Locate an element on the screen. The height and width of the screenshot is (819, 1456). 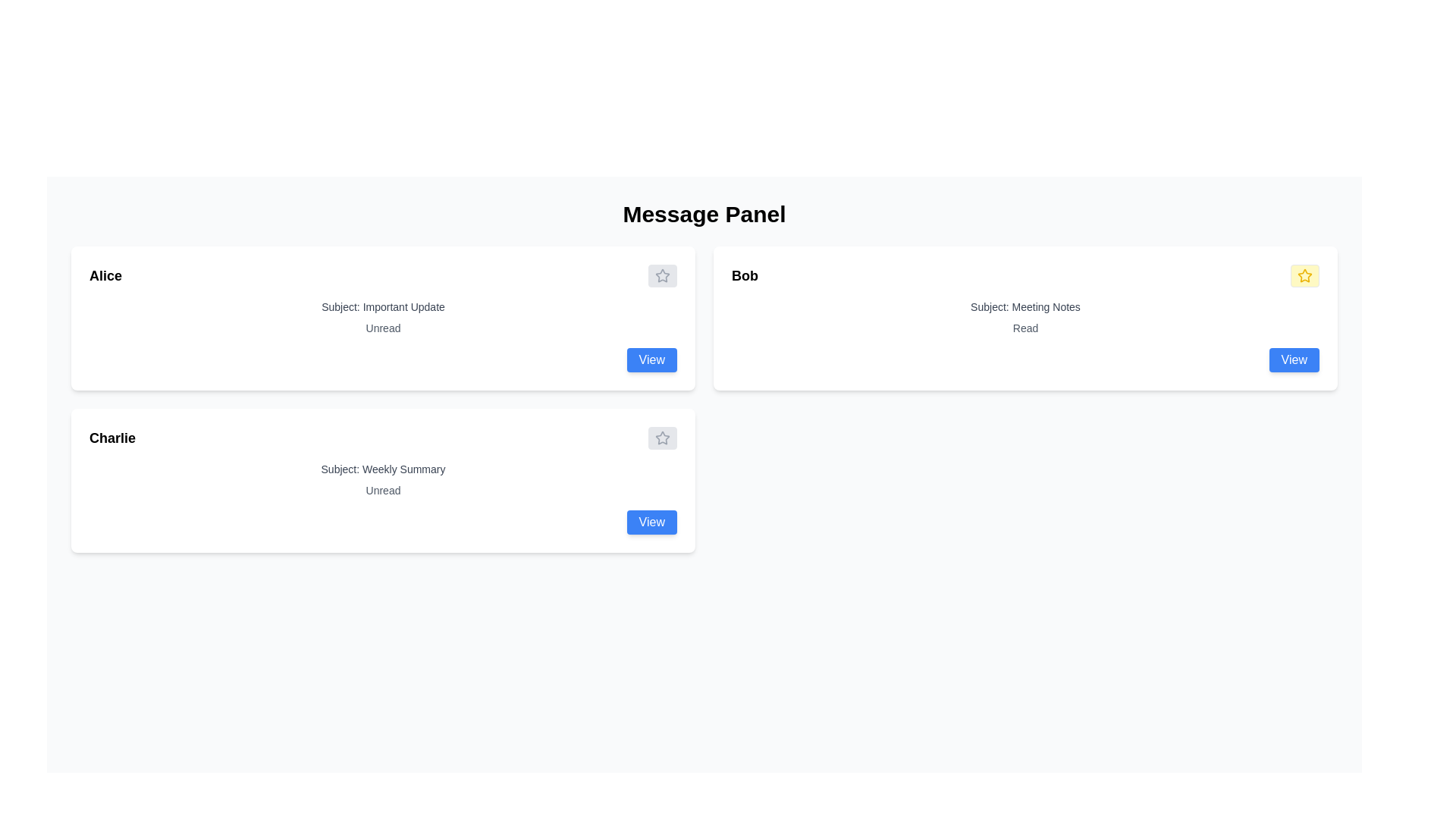
the gray star-shaped icon located at the top-right corner of the 'Charlie' card is located at coordinates (662, 438).